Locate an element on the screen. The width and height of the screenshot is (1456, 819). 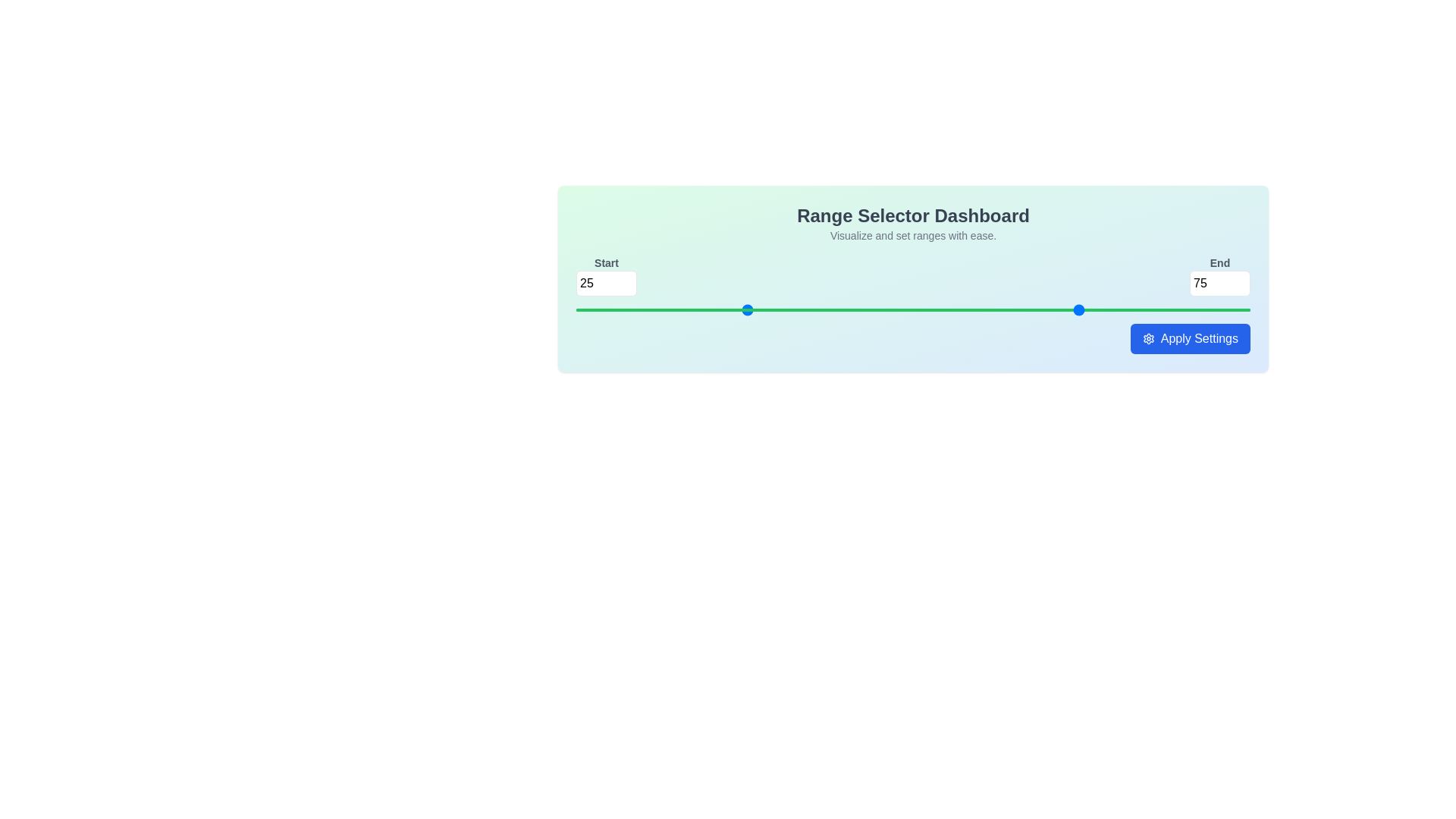
the gear-shaped icon is located at coordinates (1148, 338).